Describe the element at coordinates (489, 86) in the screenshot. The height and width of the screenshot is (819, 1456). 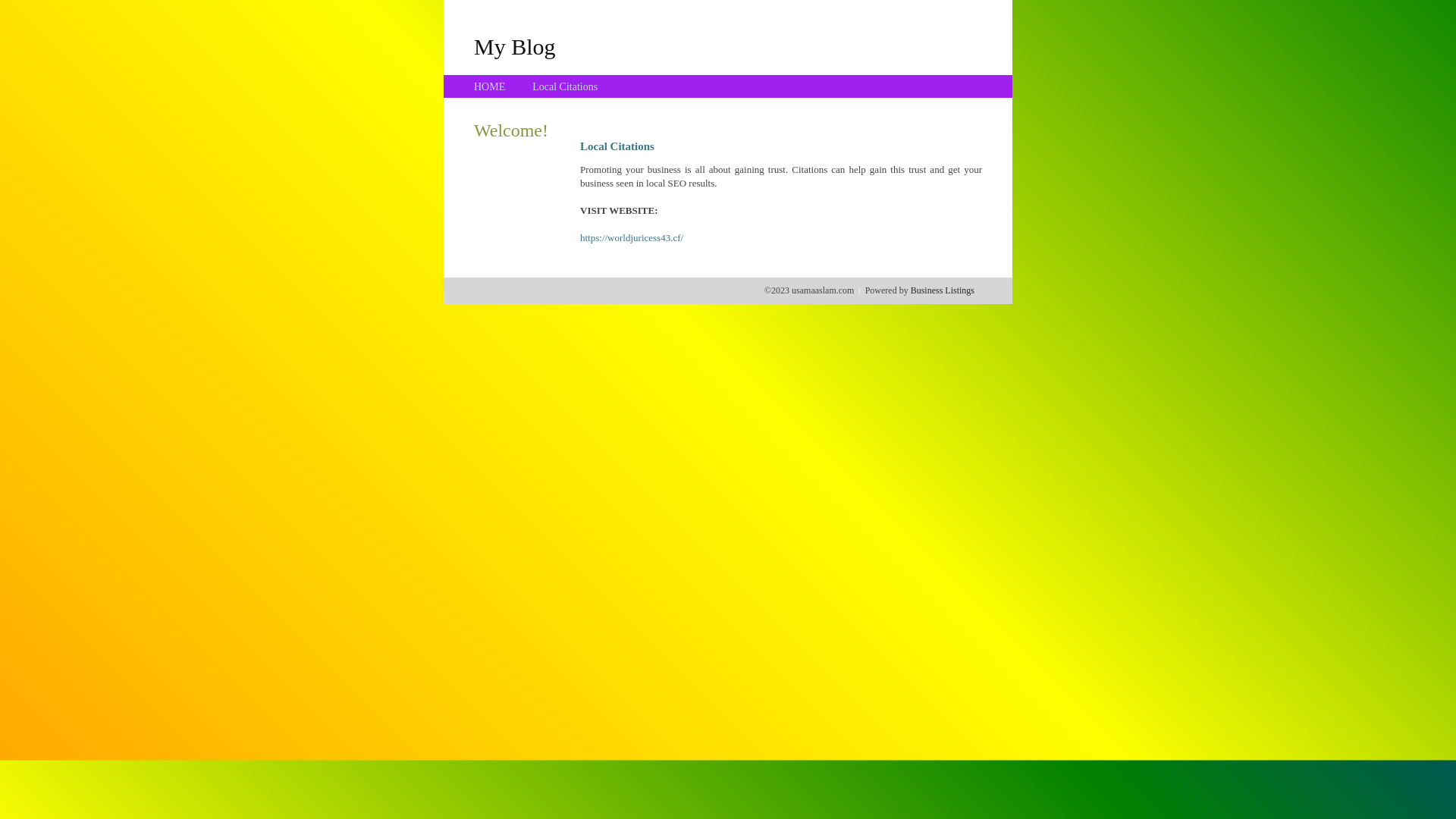
I see `'HOME'` at that location.